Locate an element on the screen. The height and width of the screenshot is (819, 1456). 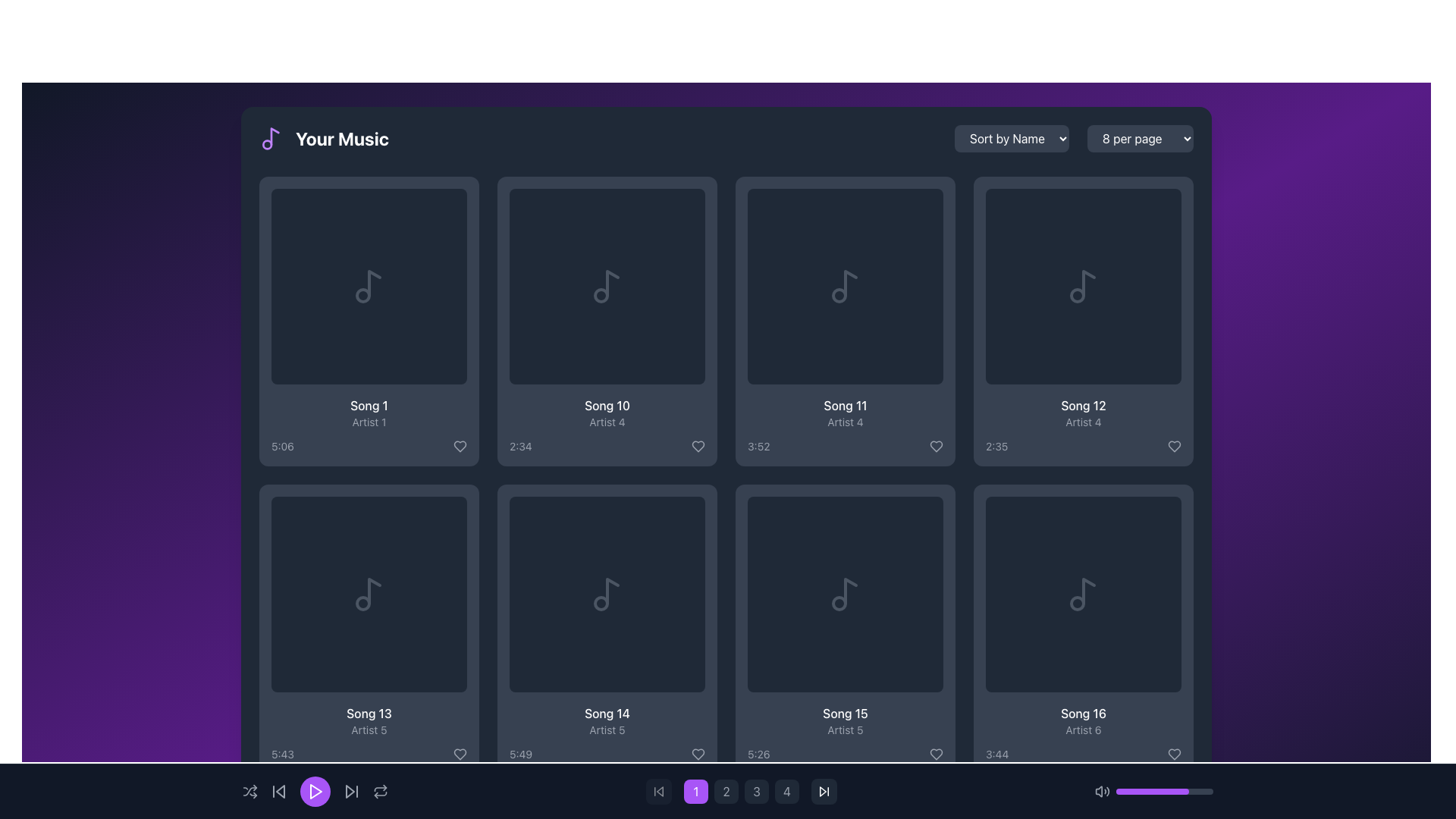
the triangular play icon representing the play button for 'Song 13' by 'Artist 5' is located at coordinates (370, 593).